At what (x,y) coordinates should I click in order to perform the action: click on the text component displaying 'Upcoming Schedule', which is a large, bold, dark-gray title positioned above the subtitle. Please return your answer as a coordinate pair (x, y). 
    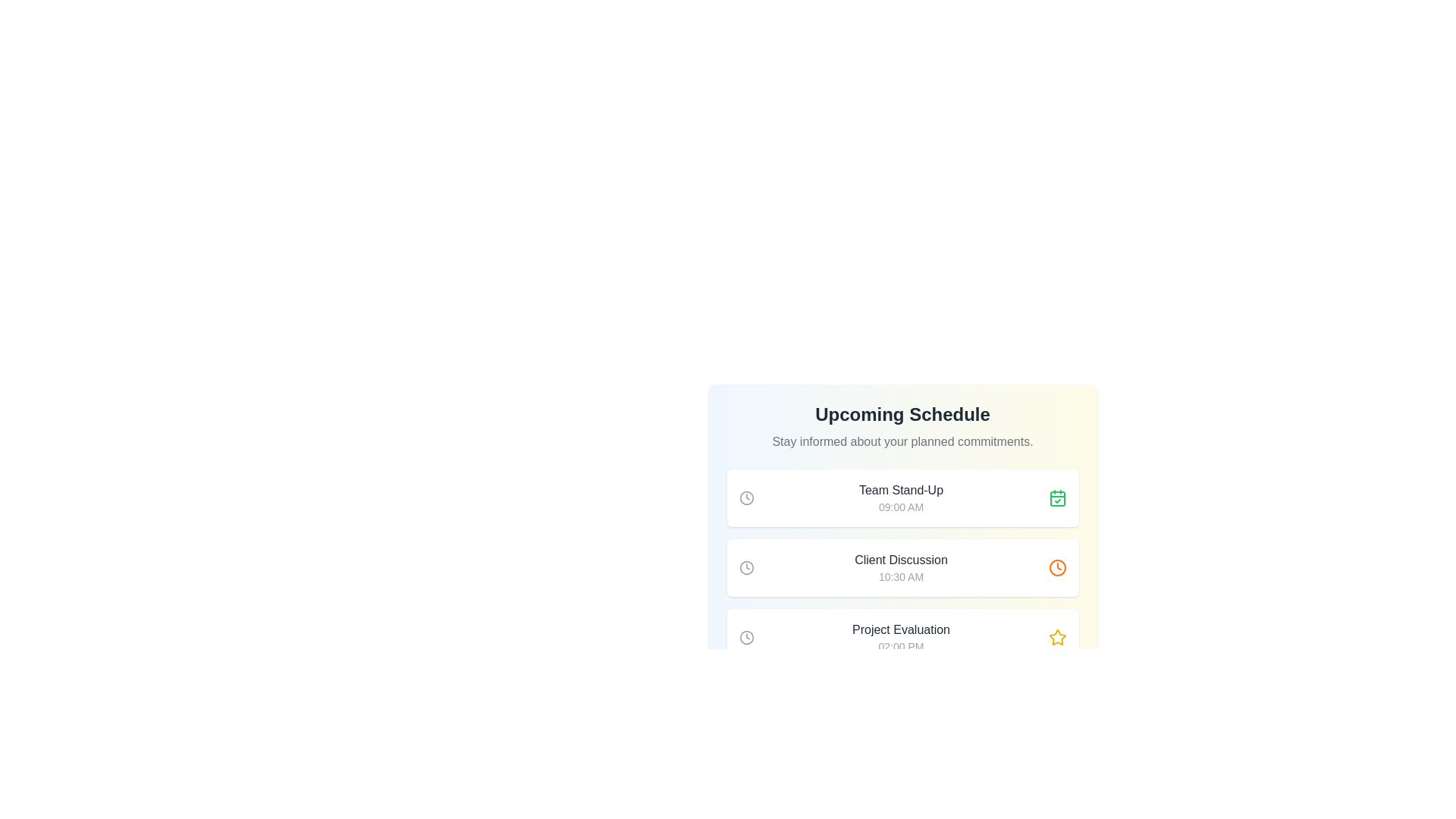
    Looking at the image, I should click on (902, 415).